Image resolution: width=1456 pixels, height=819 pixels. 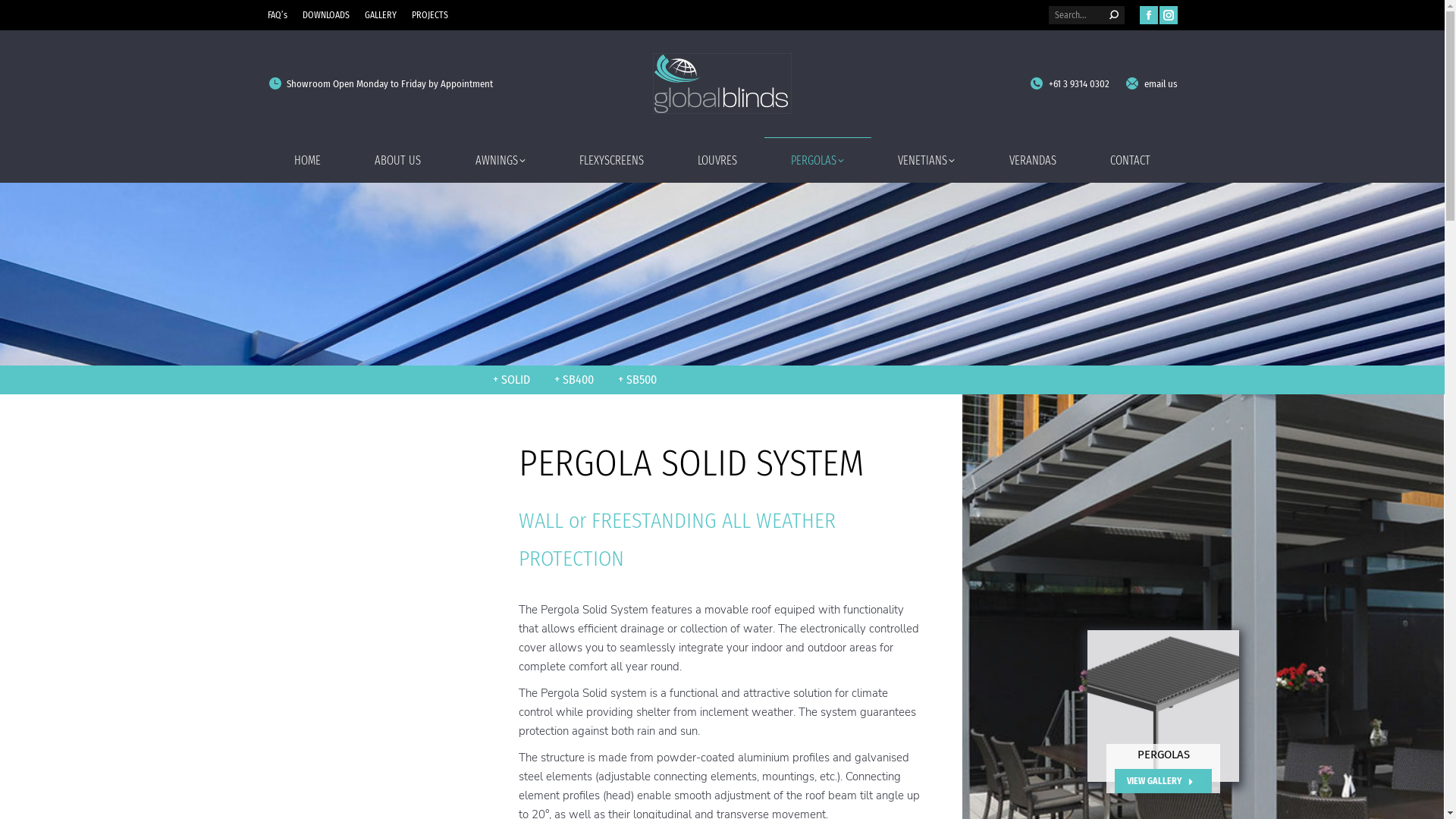 What do you see at coordinates (1167, 14) in the screenshot?
I see `'Instagram page opens in new window'` at bounding box center [1167, 14].